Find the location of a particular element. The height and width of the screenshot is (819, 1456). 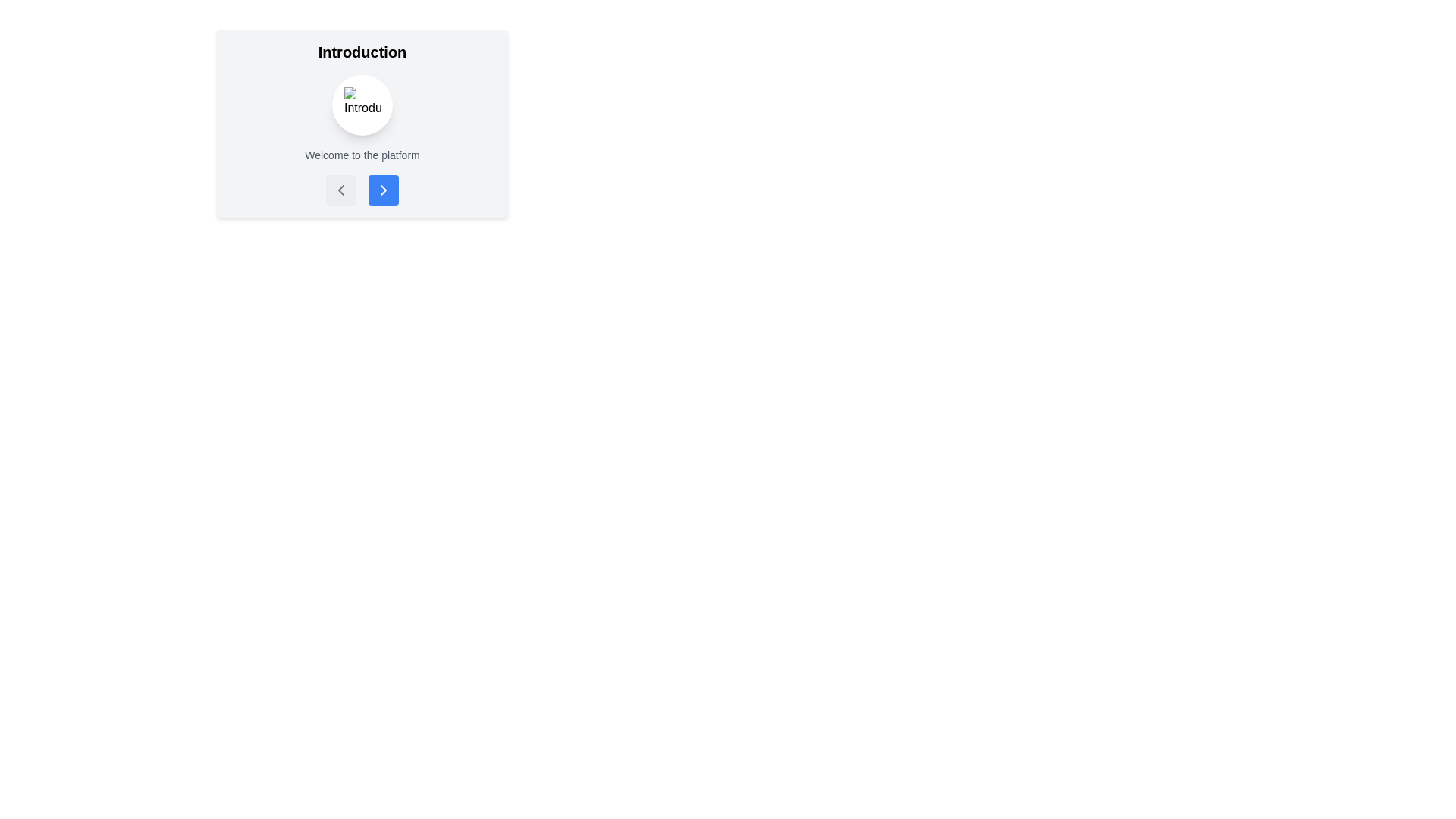

the rectangular button with rounded corners, gray background, and left-facing chevron icon located to the left of a blue button in the lower section of the 'Introduction' card is located at coordinates (340, 189).